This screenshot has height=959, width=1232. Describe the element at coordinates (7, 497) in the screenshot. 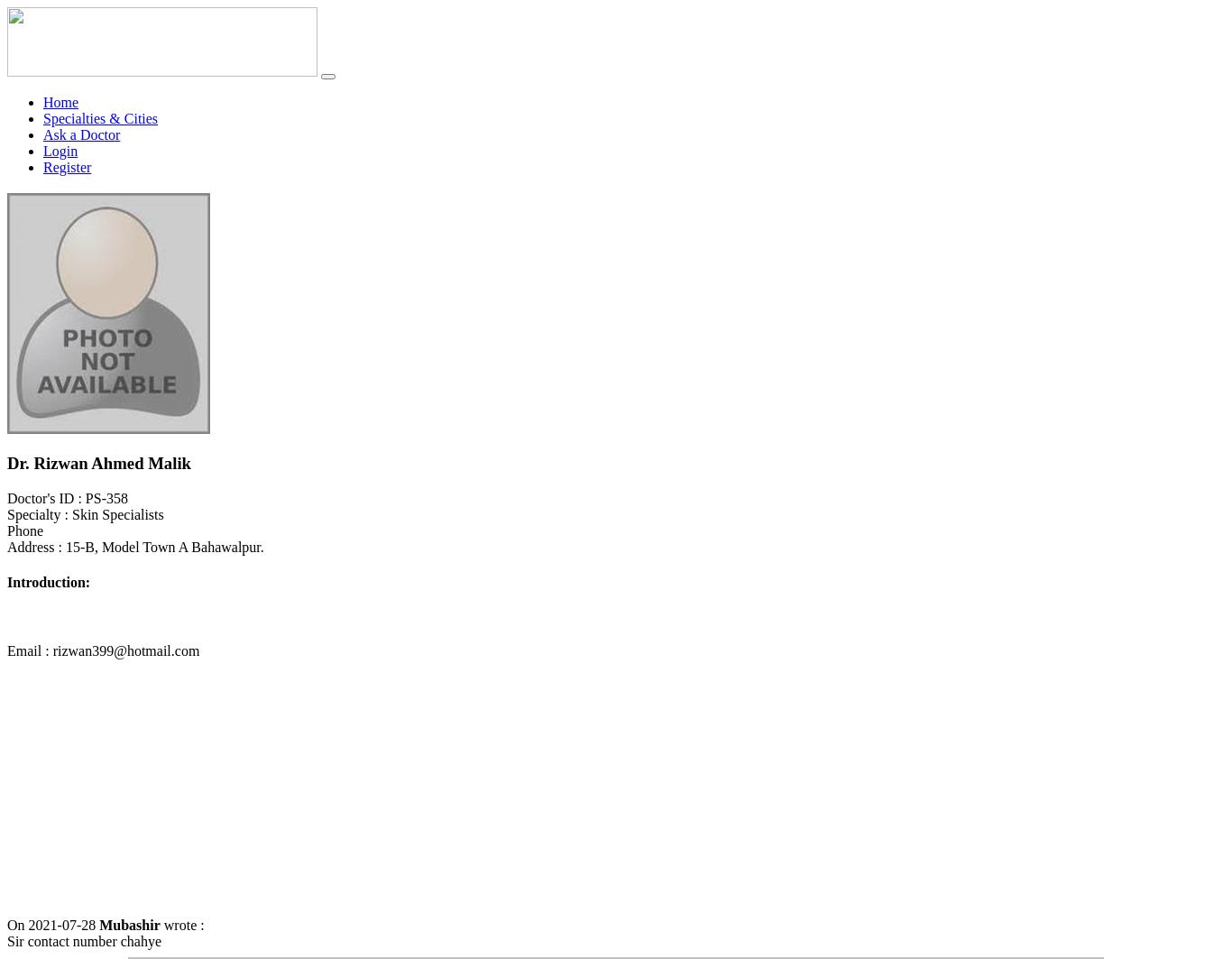

I see `'Doctor's ID : PS-358'` at that location.